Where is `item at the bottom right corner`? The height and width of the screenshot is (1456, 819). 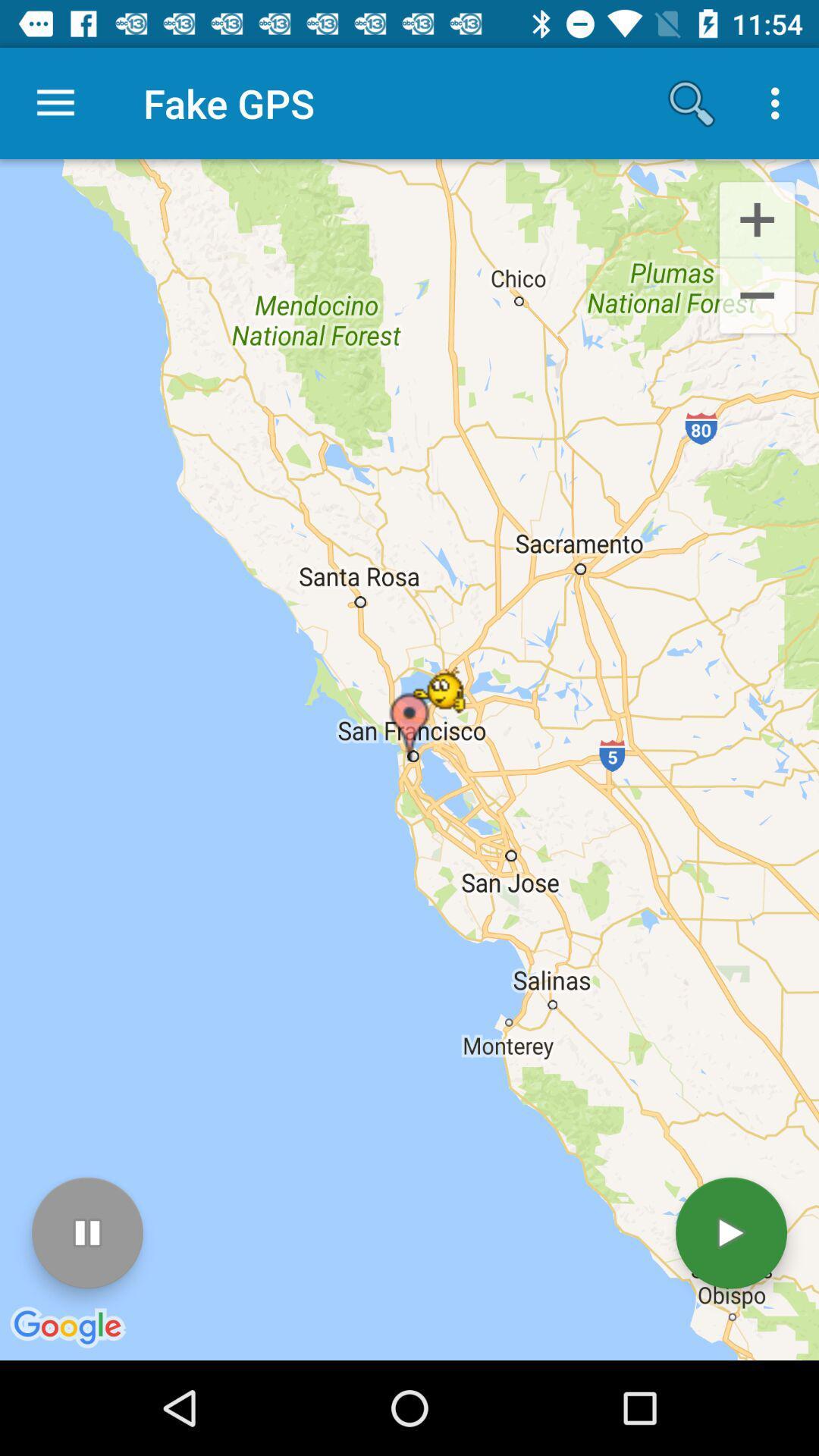 item at the bottom right corner is located at coordinates (730, 1233).